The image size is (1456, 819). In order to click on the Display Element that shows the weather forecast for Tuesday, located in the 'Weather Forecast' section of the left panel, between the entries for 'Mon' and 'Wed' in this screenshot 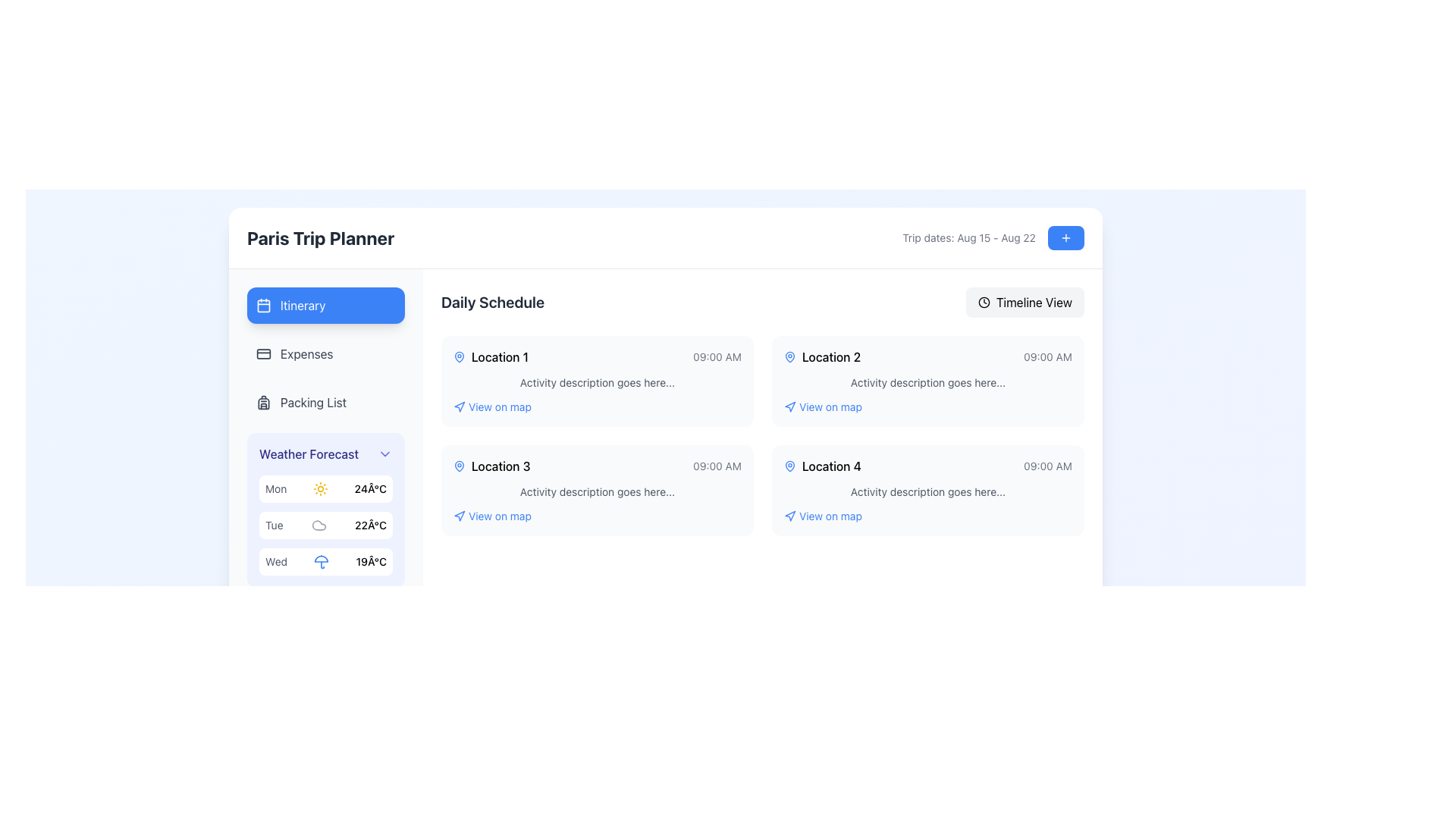, I will do `click(325, 525)`.